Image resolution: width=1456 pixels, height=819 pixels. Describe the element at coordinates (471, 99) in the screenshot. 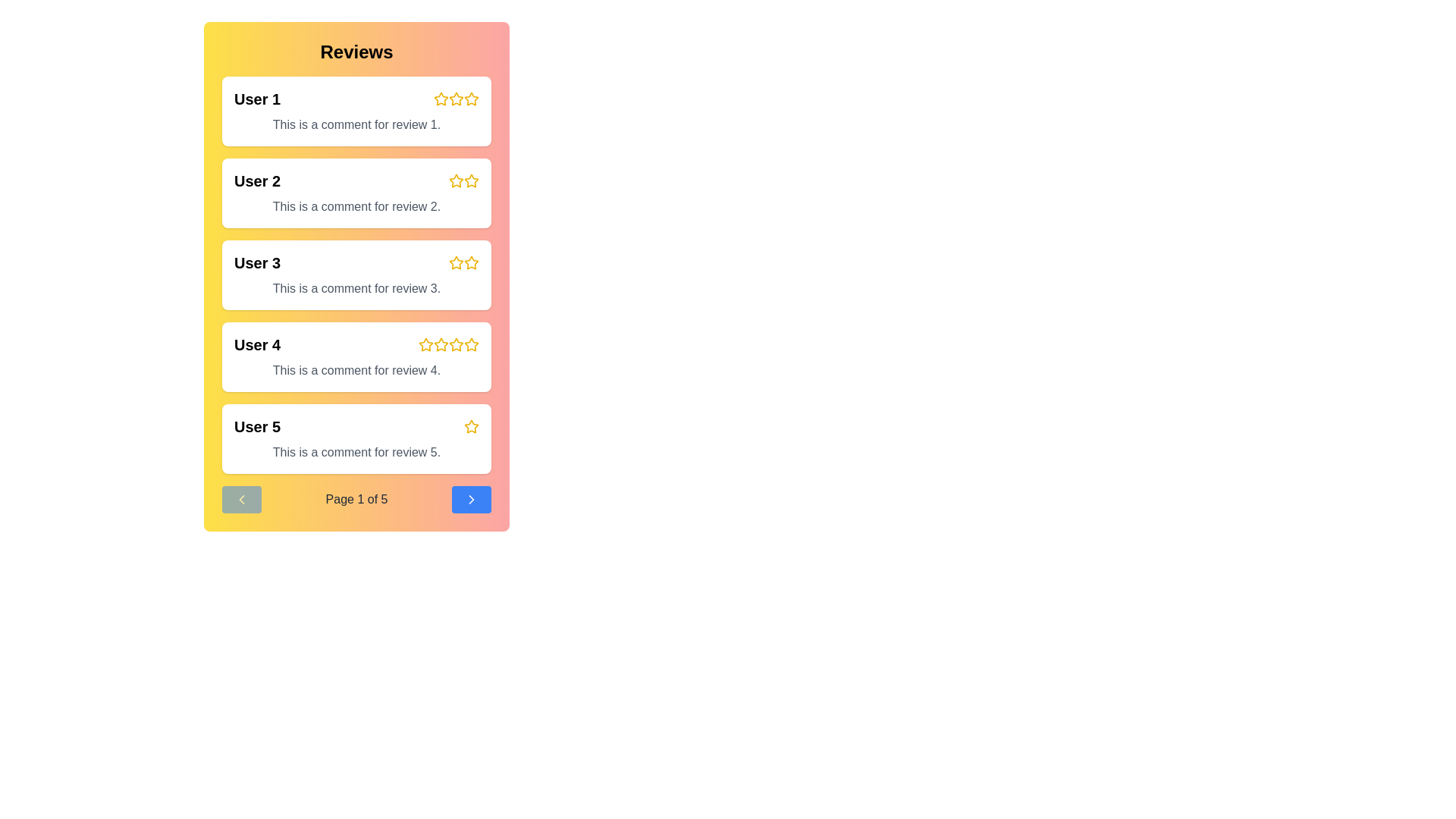

I see `the fifth yellow star in the rating system located in the first review panel labeled 'User 1'` at that location.